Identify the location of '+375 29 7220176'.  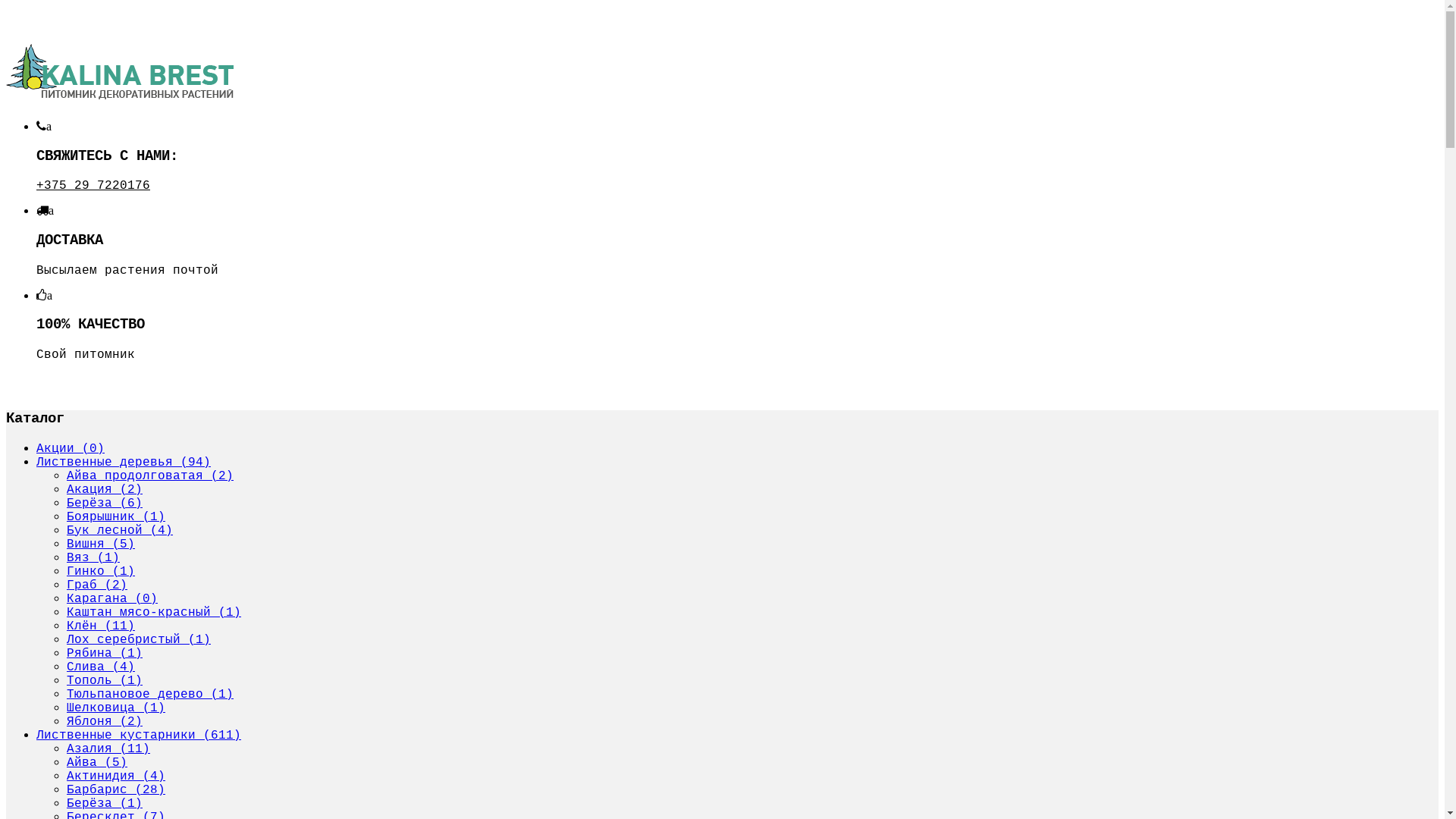
(36, 184).